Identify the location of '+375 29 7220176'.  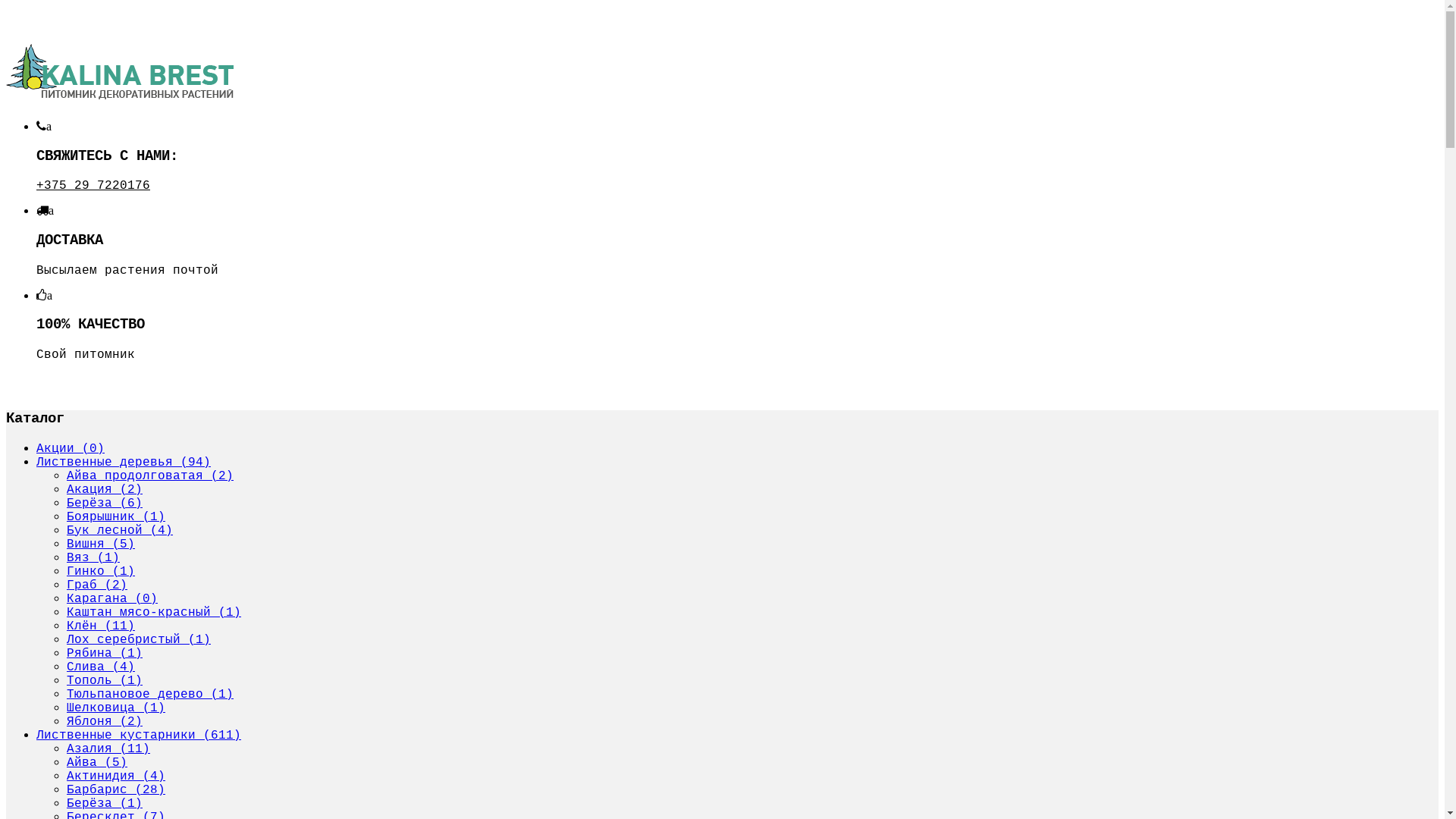
(36, 184).